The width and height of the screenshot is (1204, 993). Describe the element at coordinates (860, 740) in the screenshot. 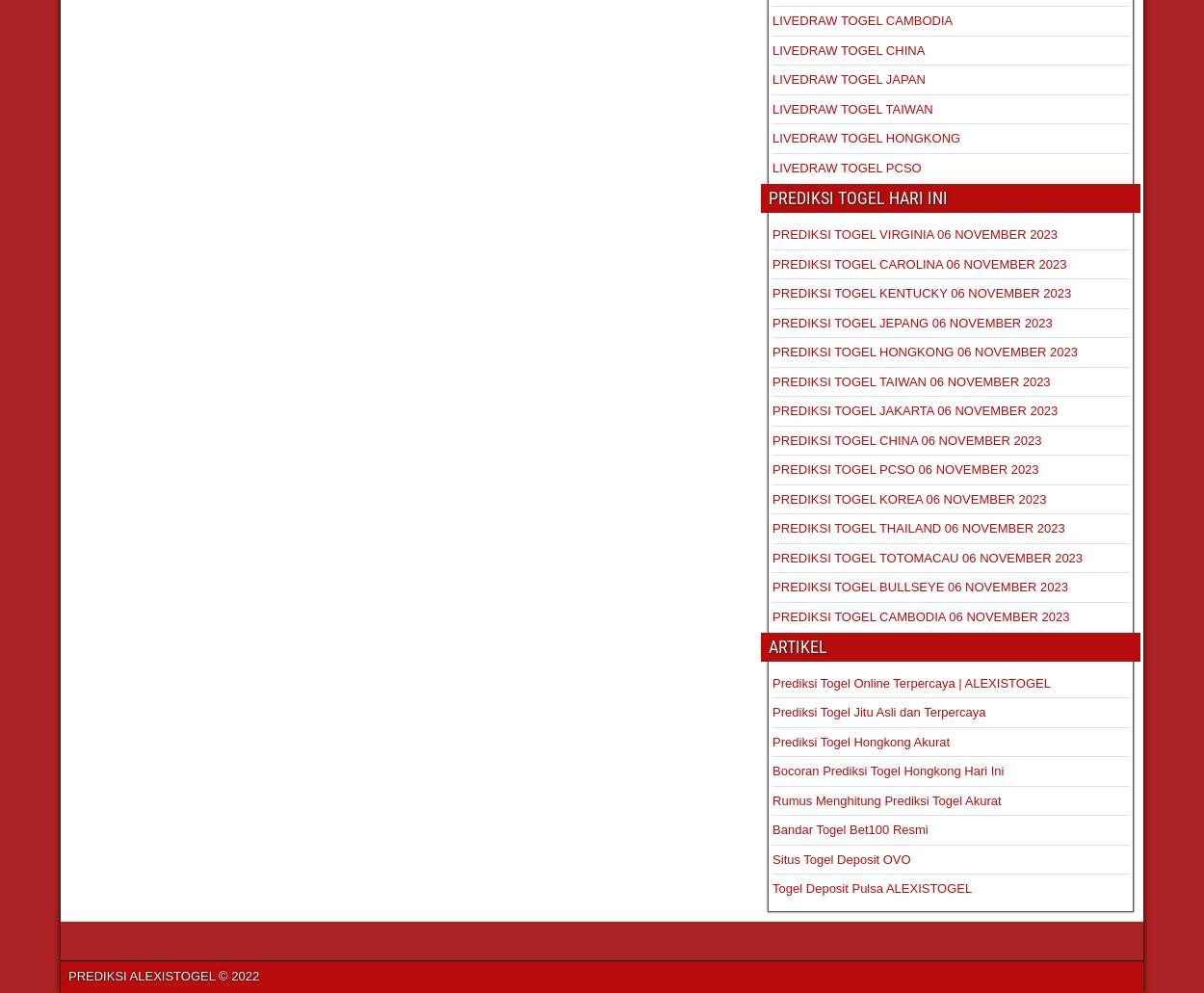

I see `'Prediksi Togel Hongkong Akurat'` at that location.